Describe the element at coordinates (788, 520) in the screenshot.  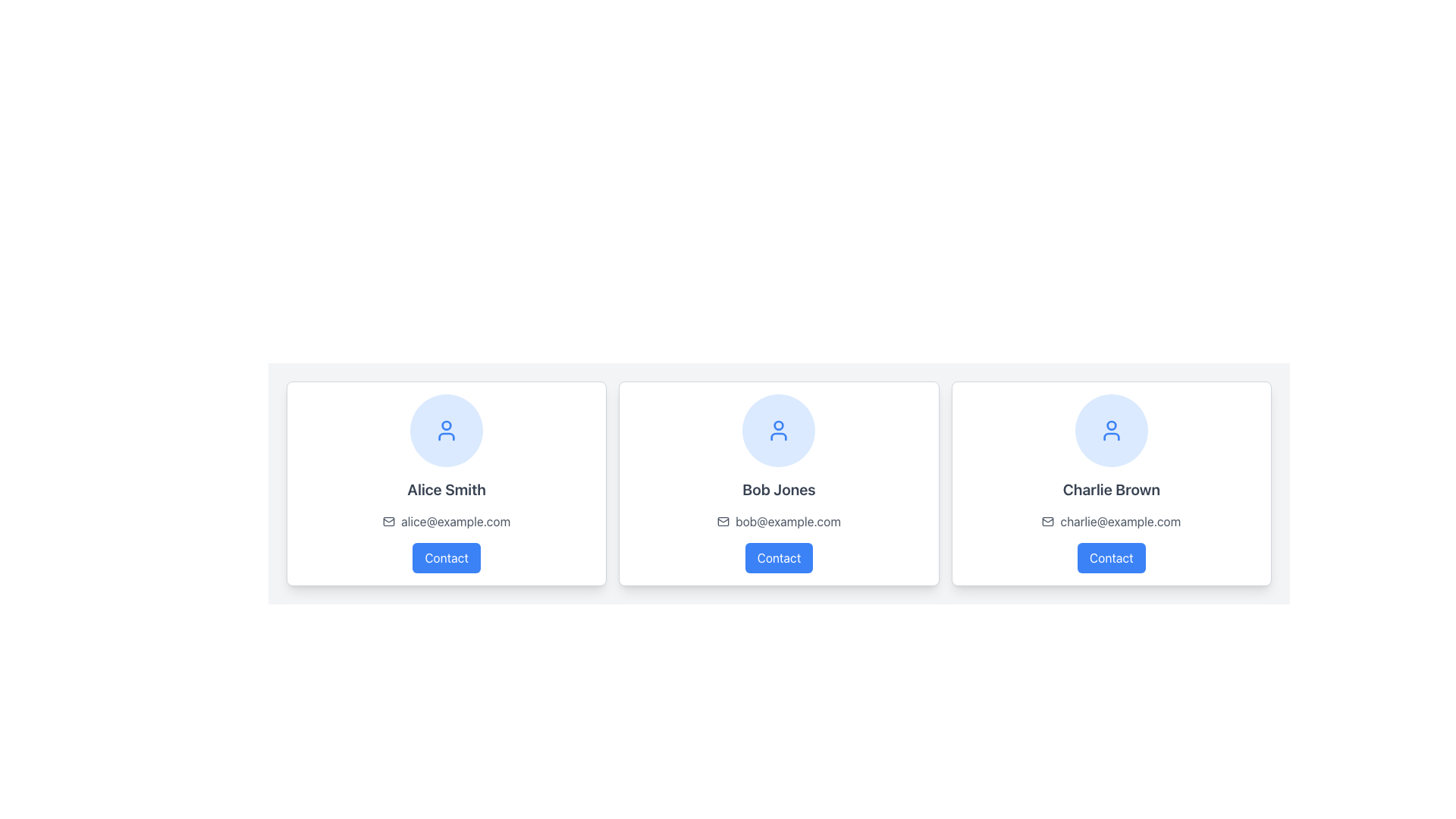
I see `the email address text element that displays the user's contact information, located below the name text and` at that location.